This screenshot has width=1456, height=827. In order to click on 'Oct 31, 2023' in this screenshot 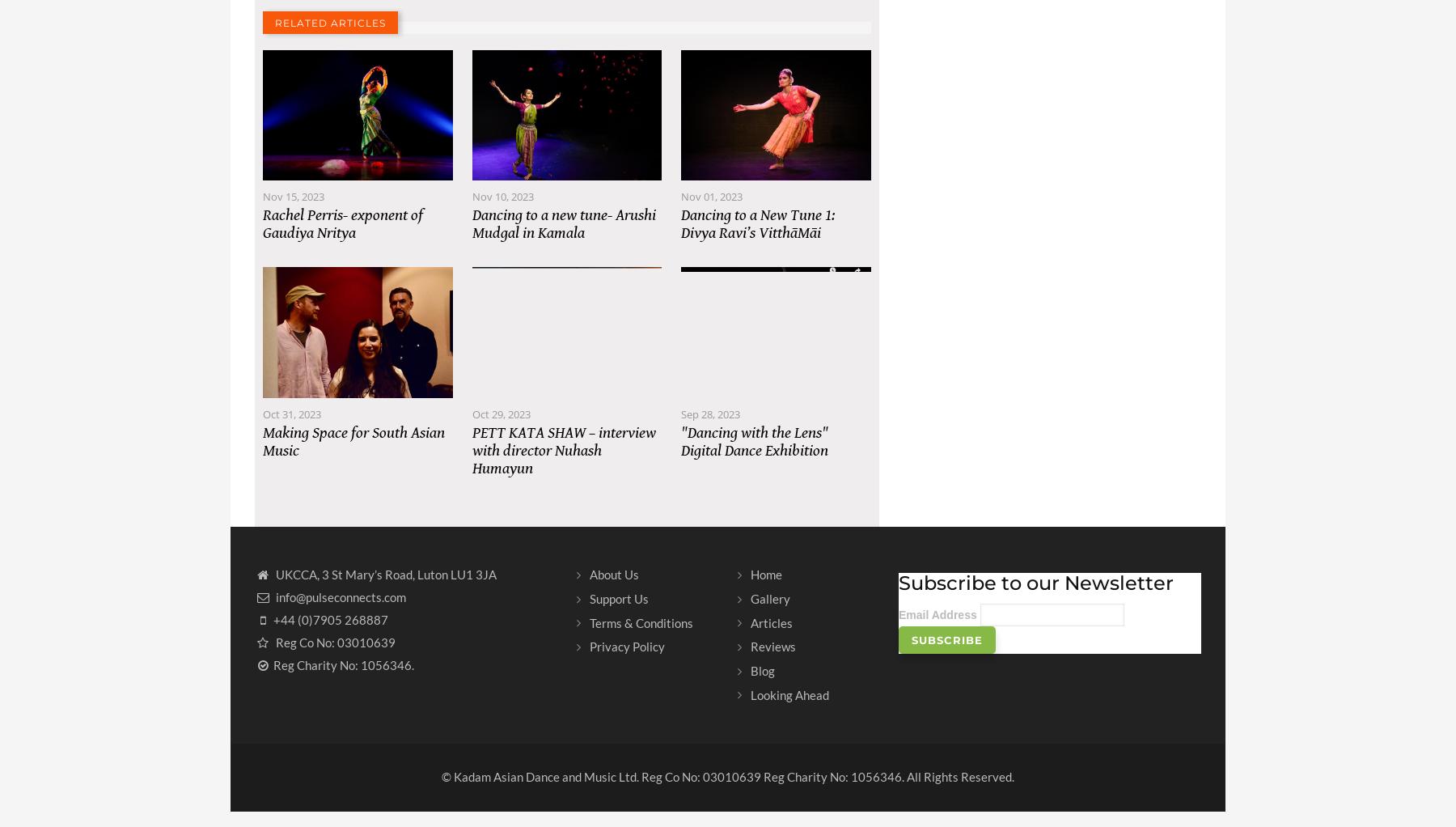, I will do `click(292, 428)`.